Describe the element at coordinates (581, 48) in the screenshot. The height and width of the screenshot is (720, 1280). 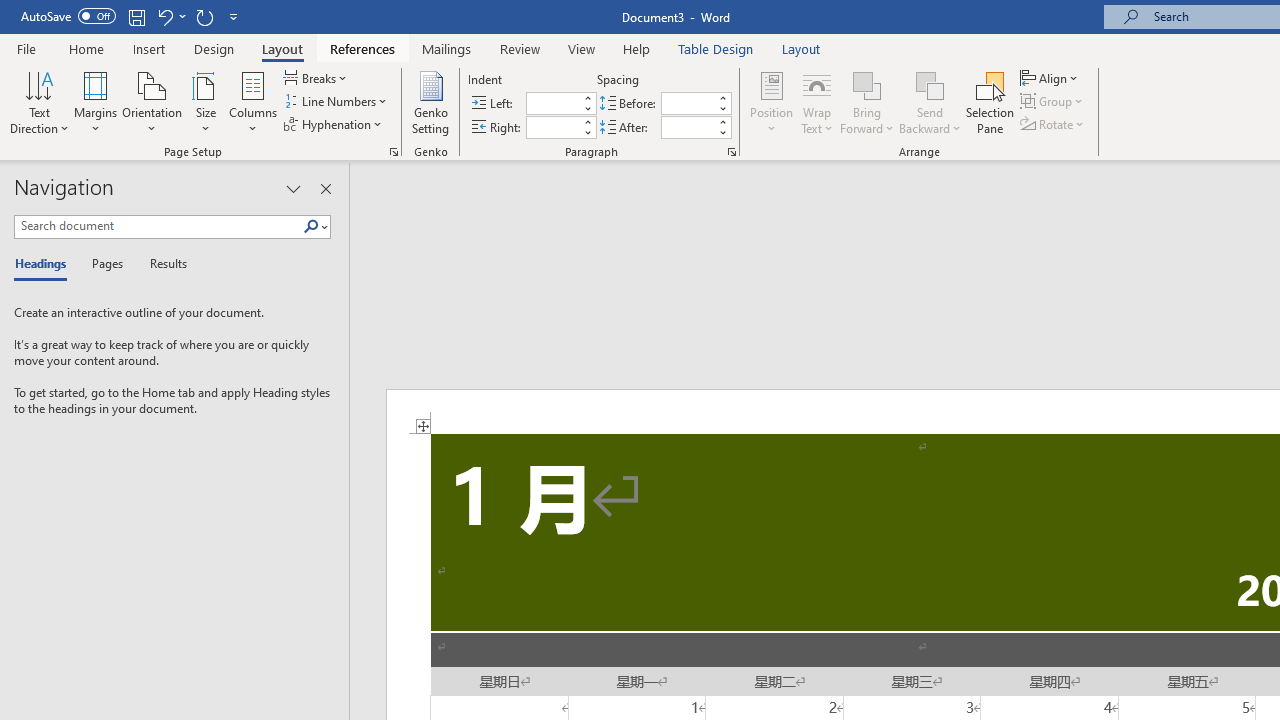
I see `'View'` at that location.